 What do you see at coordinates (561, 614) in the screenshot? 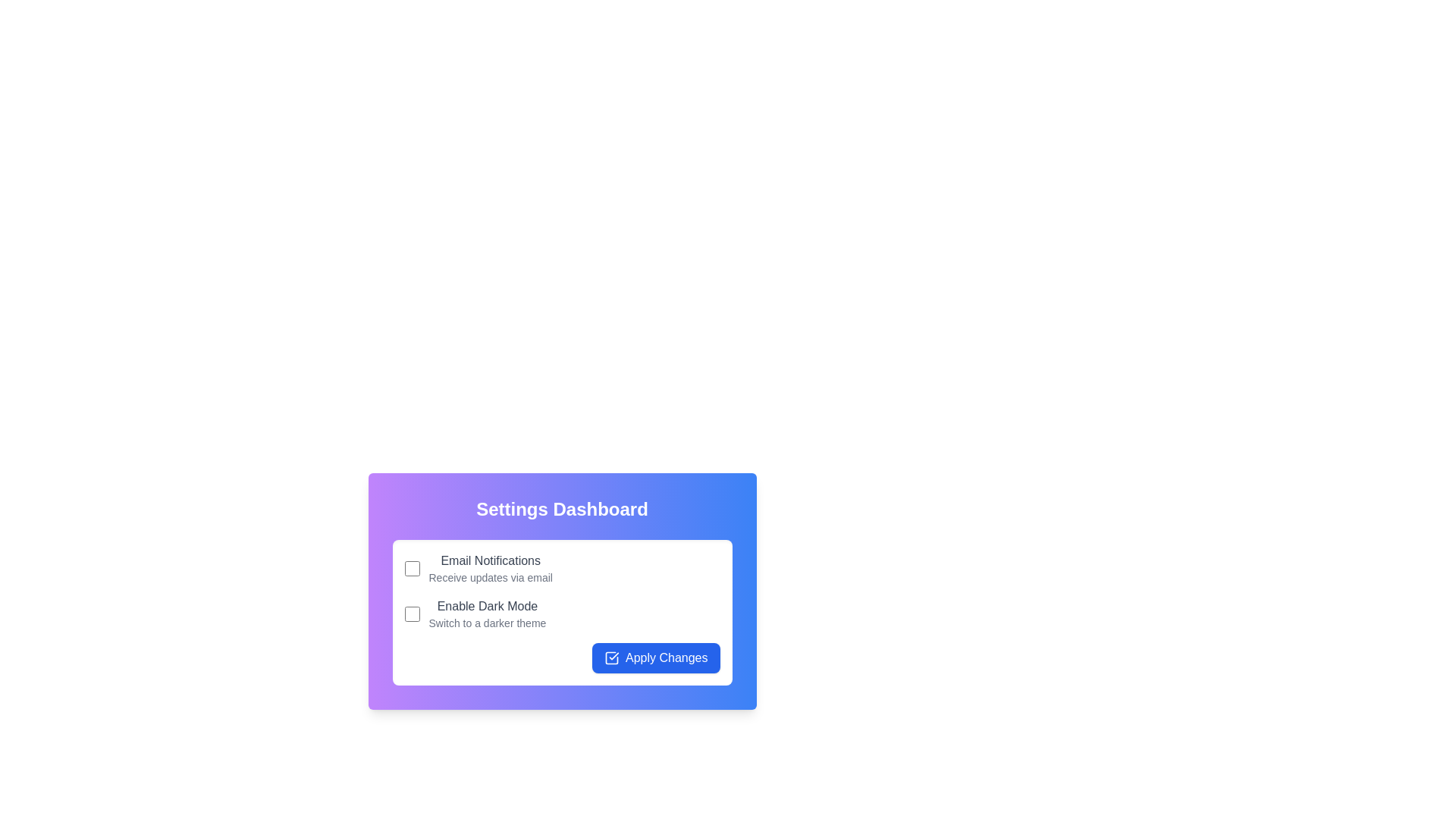
I see `the checkbox for toggling dark mode in the settings panel` at bounding box center [561, 614].